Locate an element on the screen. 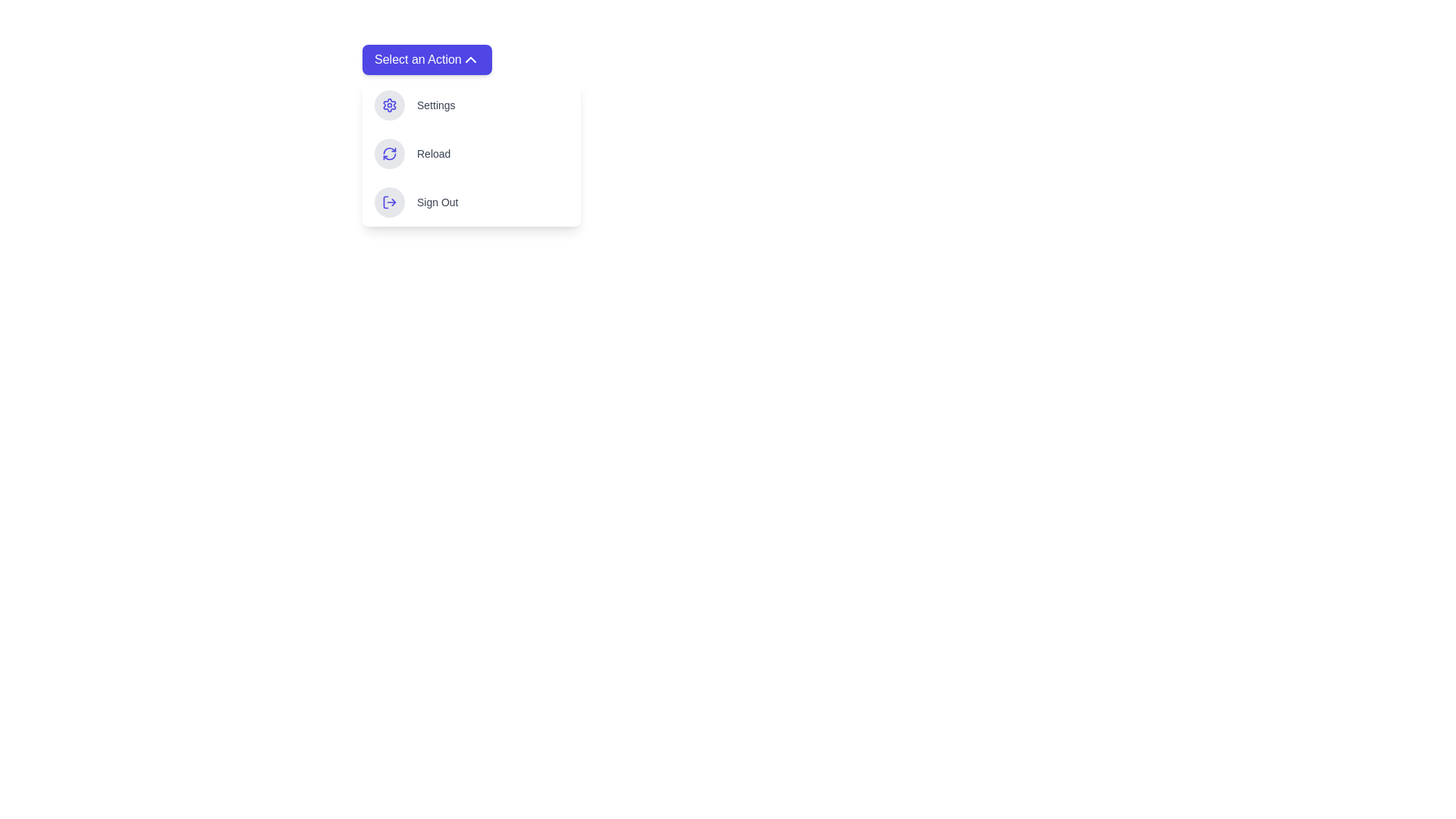  the 'Reload' text label in the menu, which is displayed in gray color and has a refresh icon beside it, to possibly display a tooltip or change its appearance is located at coordinates (433, 154).